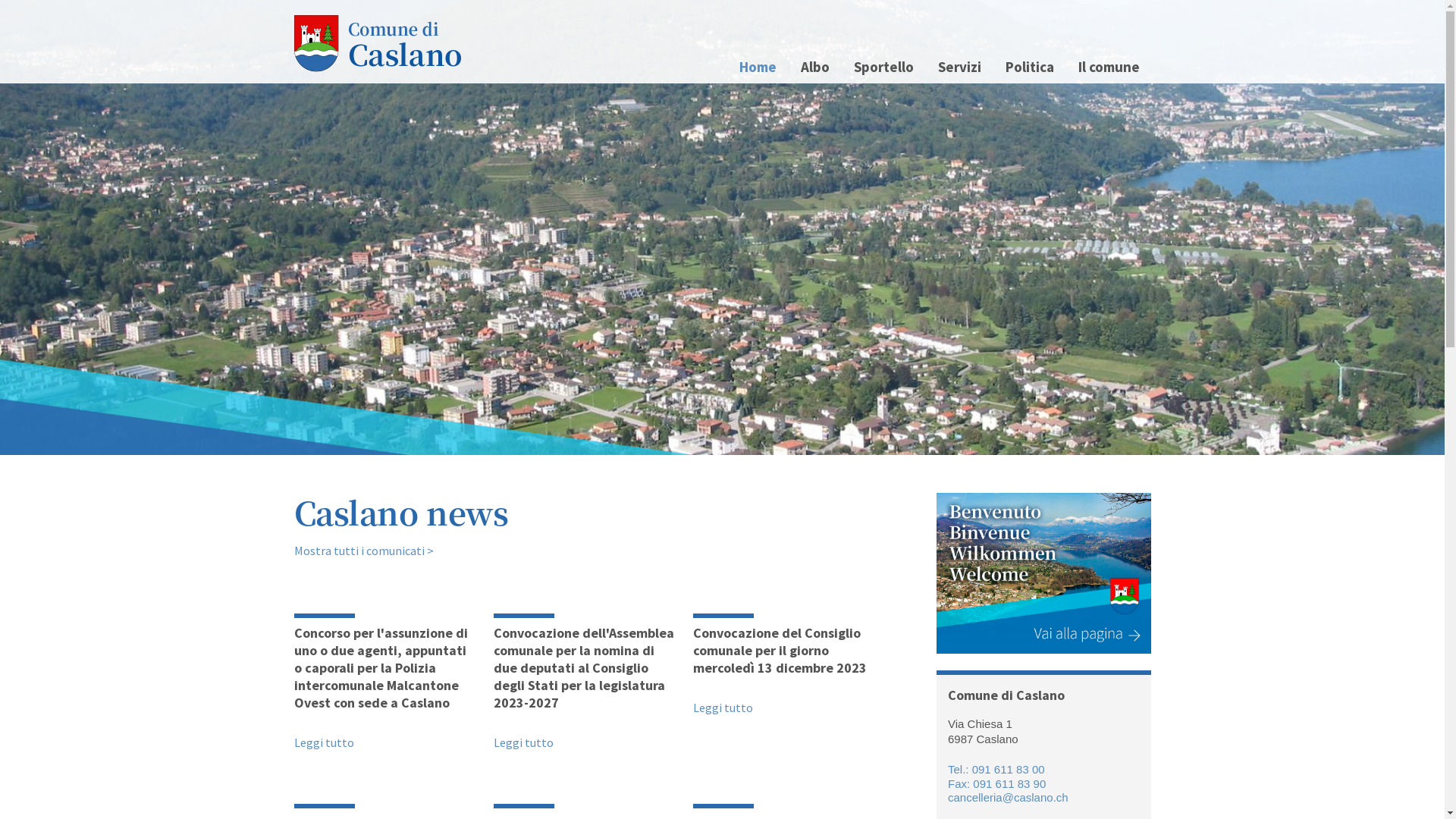 This screenshot has width=1456, height=819. Describe the element at coordinates (1065, 66) in the screenshot. I see `'Il comune'` at that location.